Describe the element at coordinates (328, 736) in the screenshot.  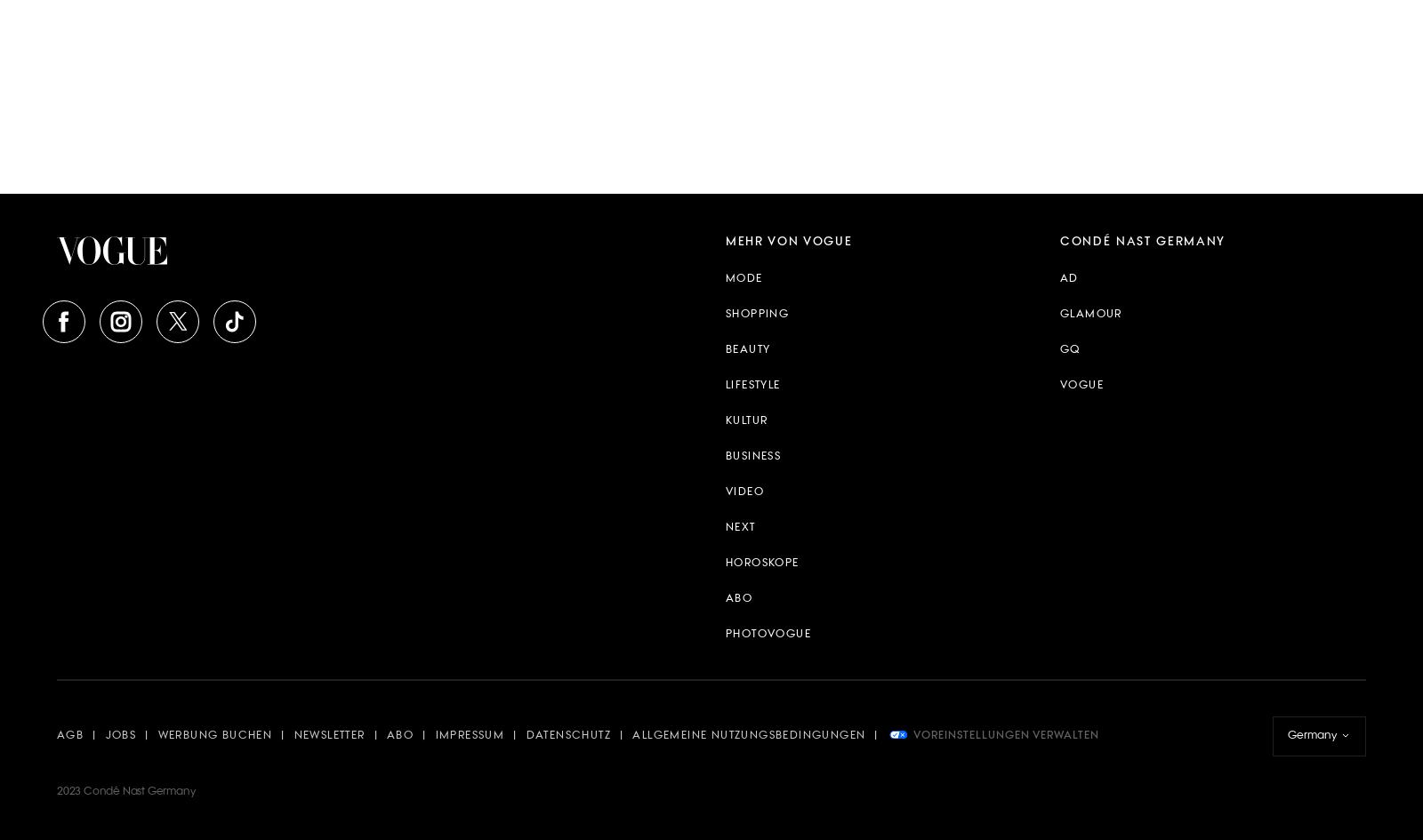
I see `'Newsletter'` at that location.